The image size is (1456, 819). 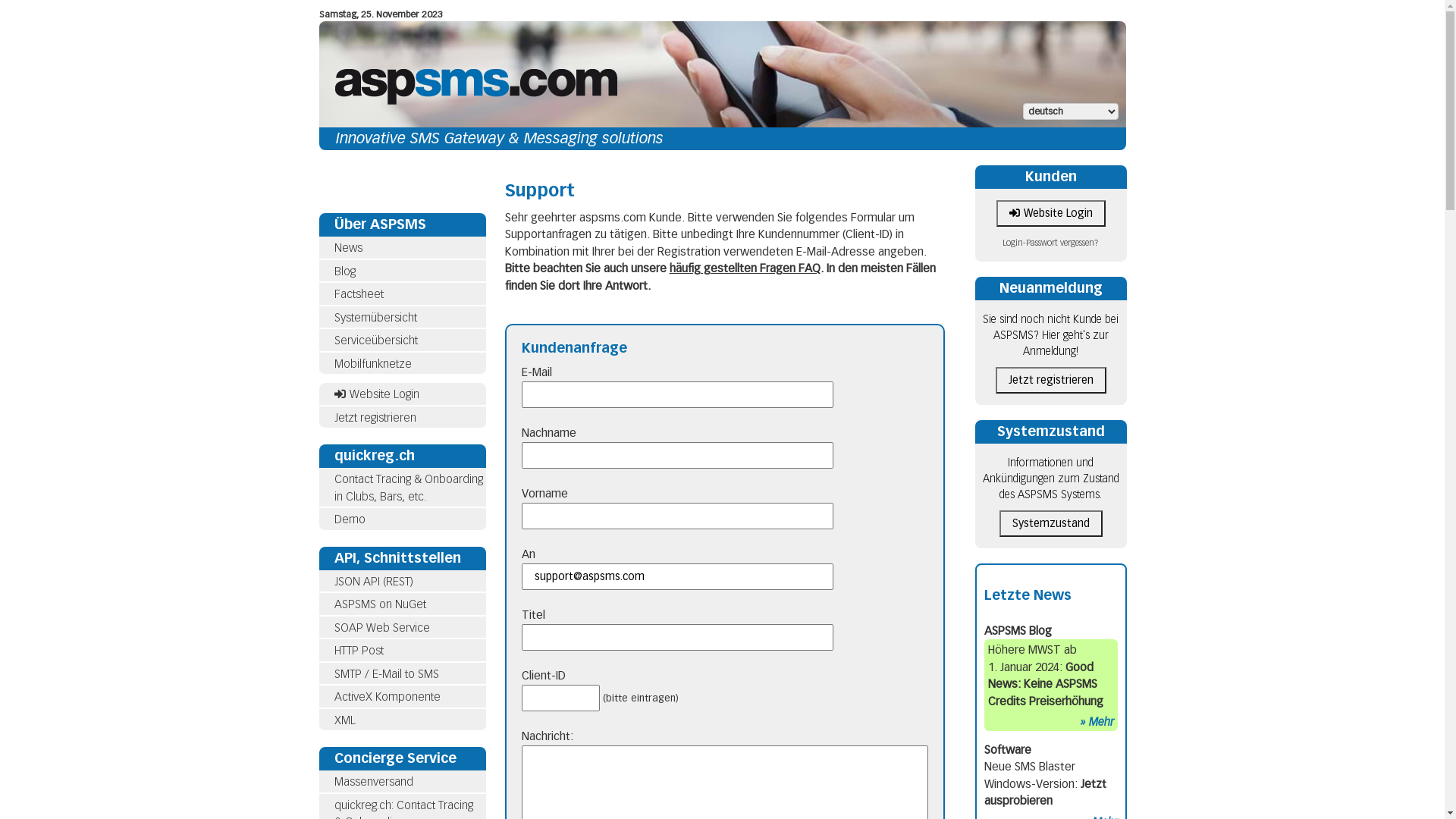 What do you see at coordinates (318, 363) in the screenshot?
I see `'Mobilfunknetze'` at bounding box center [318, 363].